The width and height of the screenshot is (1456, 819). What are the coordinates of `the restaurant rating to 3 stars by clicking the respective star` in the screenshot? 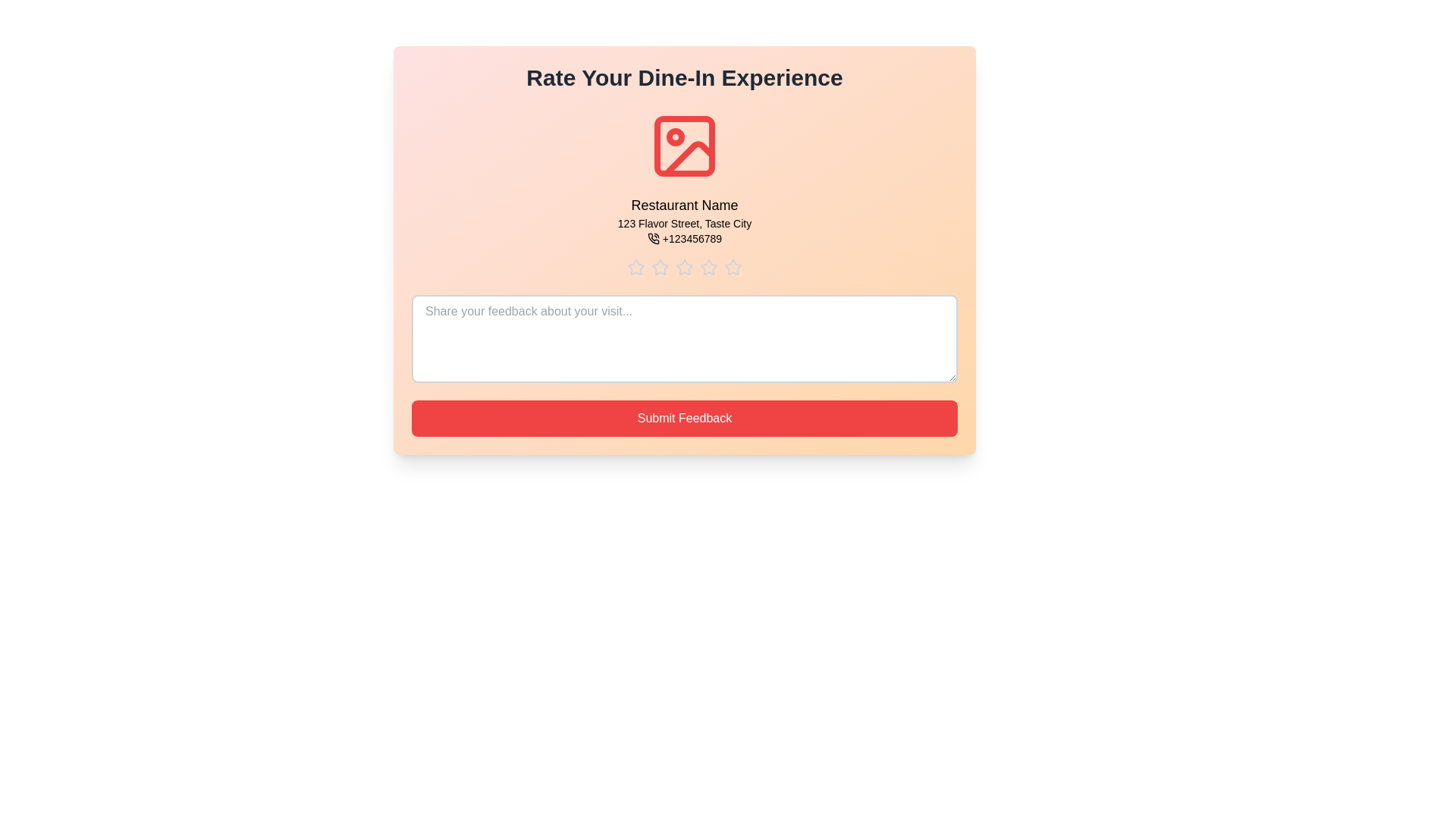 It's located at (683, 267).